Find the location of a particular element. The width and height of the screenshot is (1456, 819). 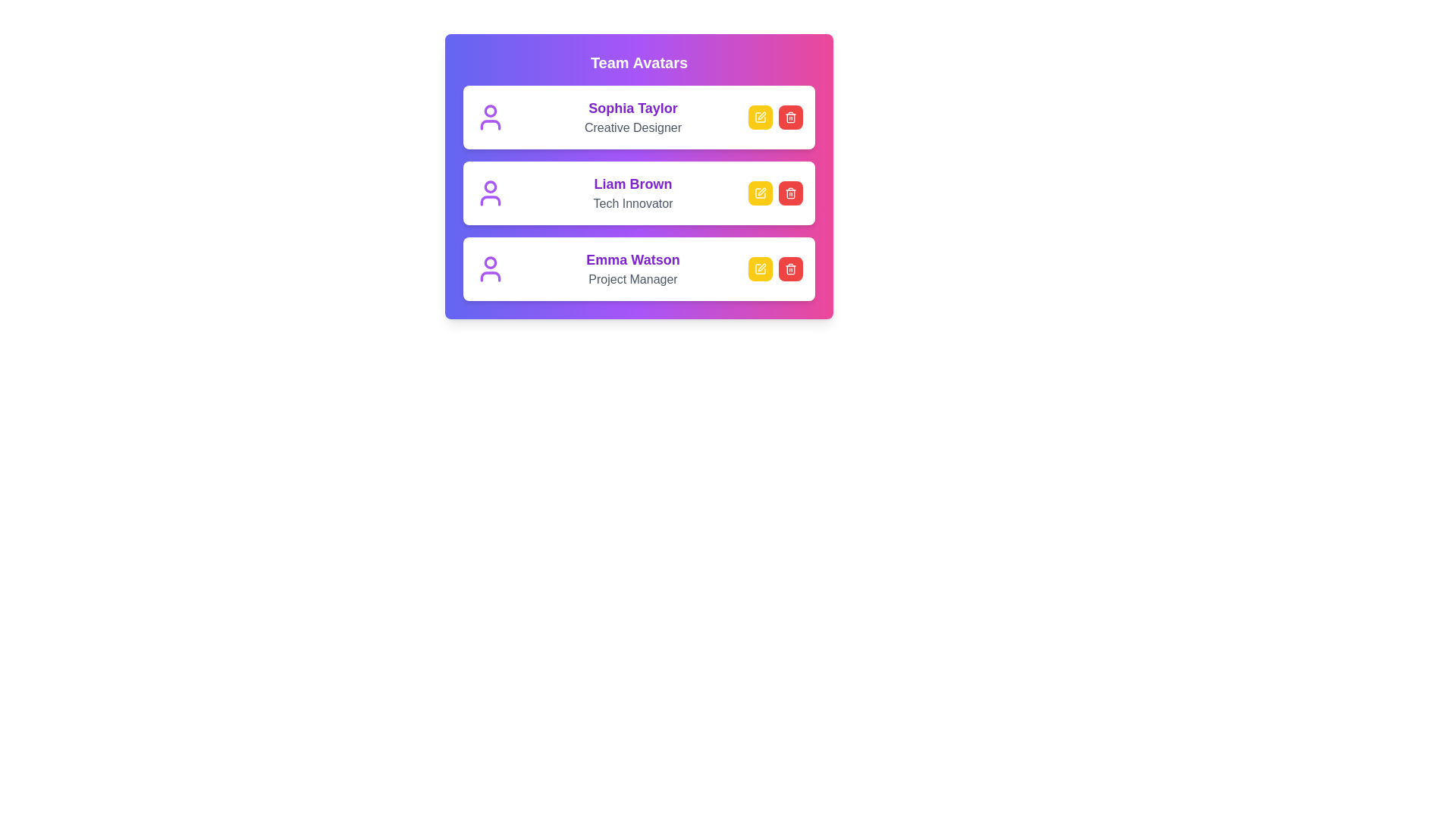

the circular shape SVG element representing the user profile icon for 'Sophia Taylor' in the 'Team Avatars' list is located at coordinates (491, 110).